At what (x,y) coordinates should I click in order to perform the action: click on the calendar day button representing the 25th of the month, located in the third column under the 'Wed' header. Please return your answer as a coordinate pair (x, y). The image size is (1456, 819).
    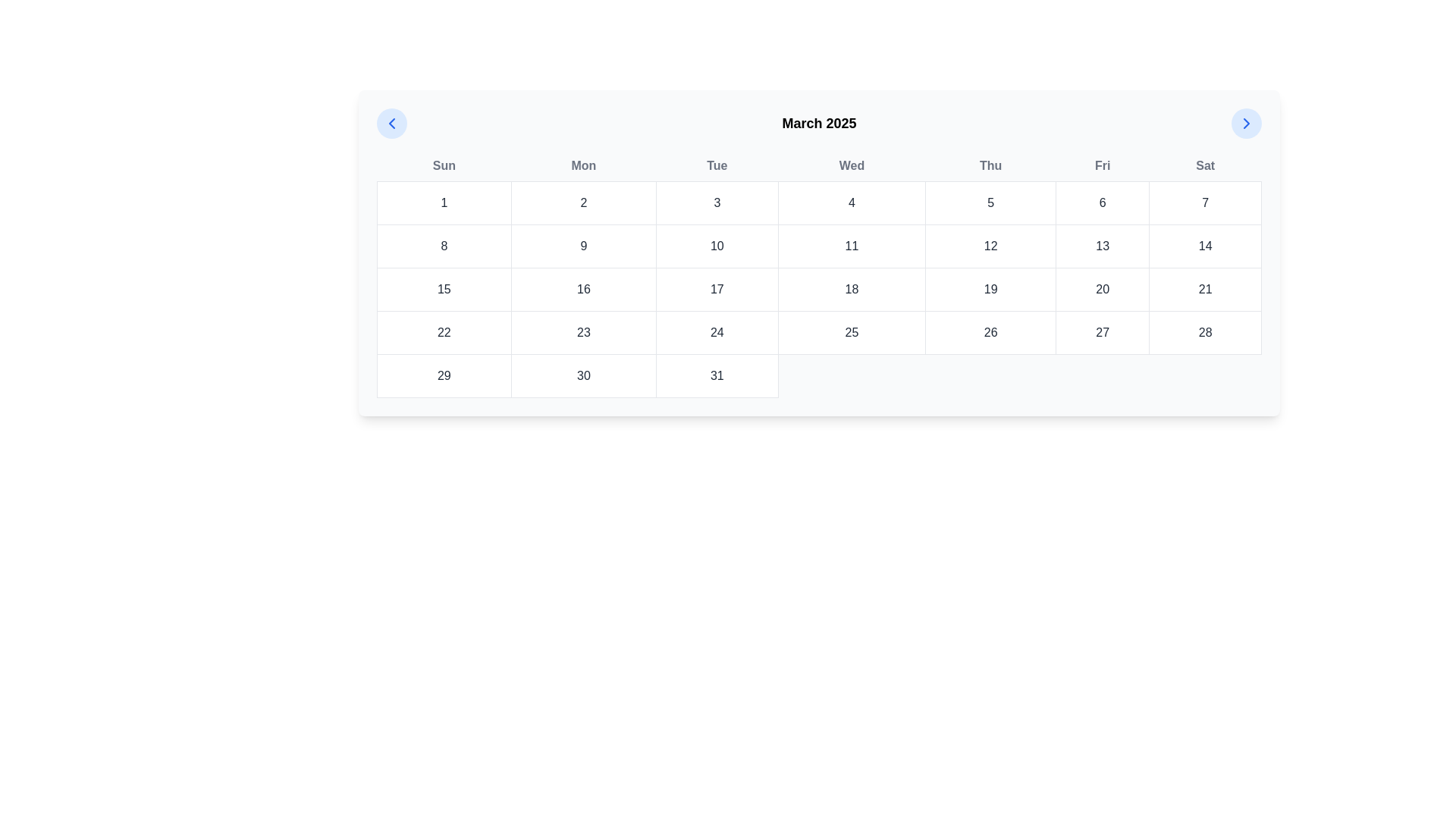
    Looking at the image, I should click on (852, 332).